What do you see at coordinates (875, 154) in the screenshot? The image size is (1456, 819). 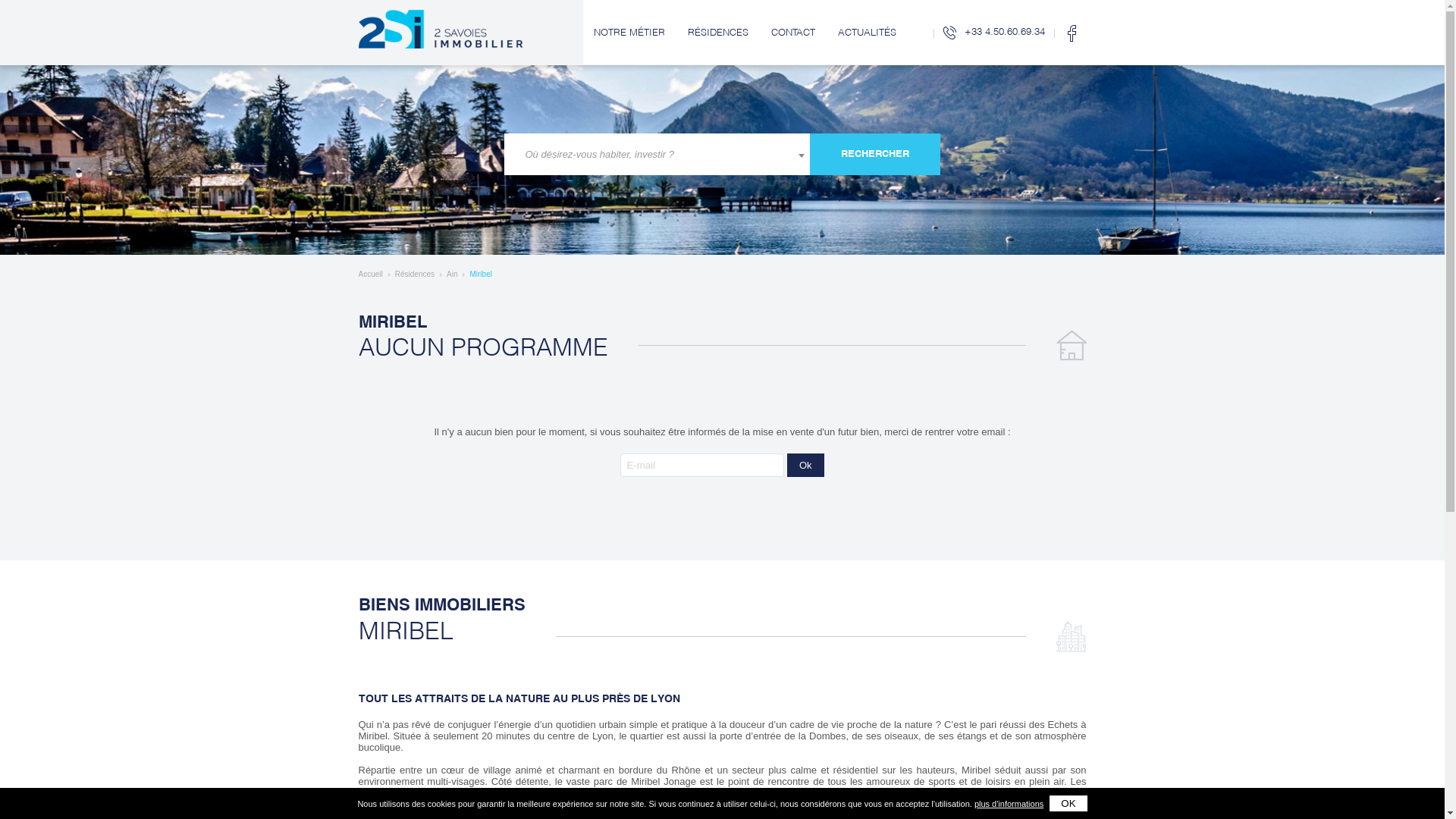 I see `'Rechercher'` at bounding box center [875, 154].